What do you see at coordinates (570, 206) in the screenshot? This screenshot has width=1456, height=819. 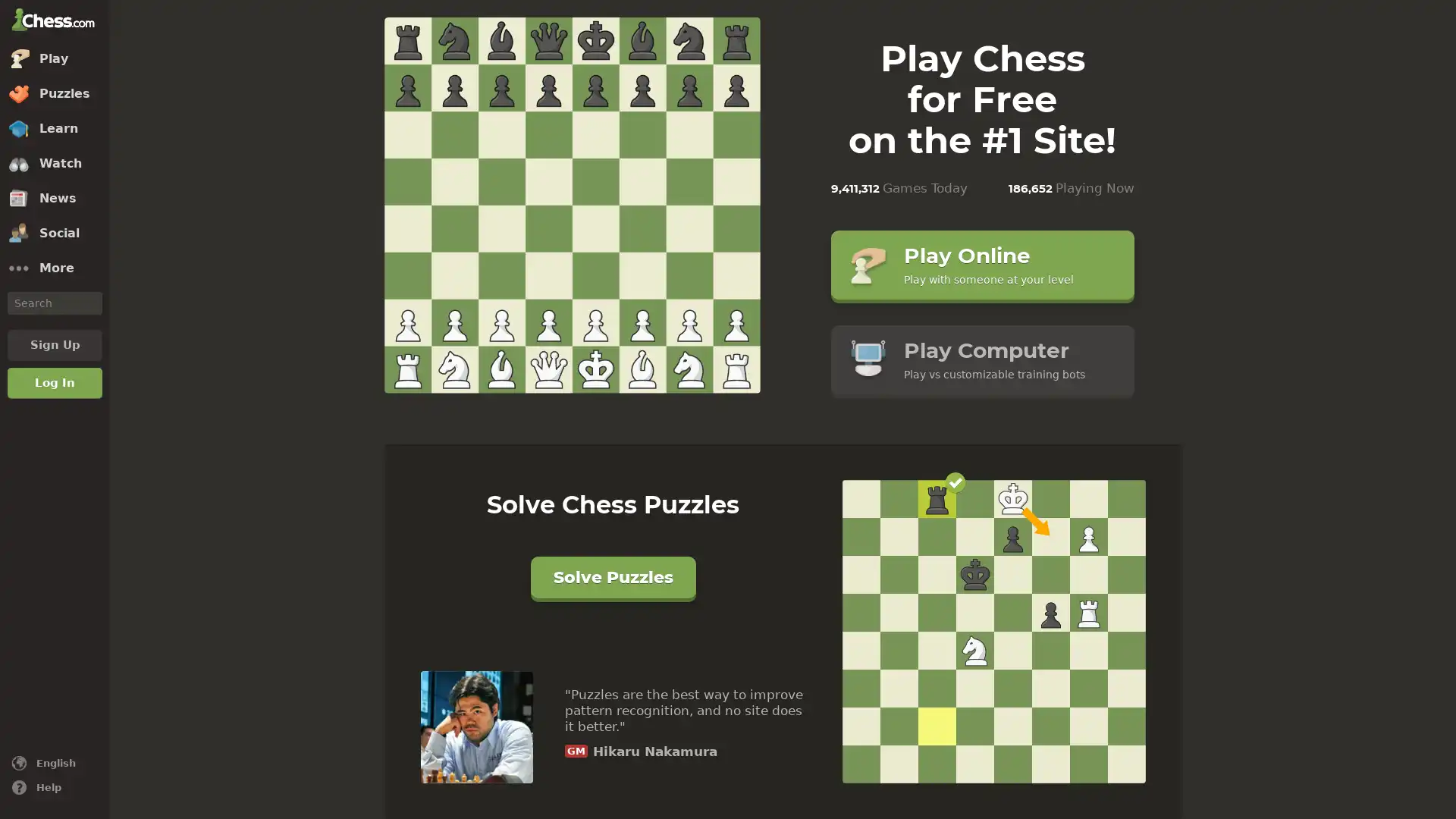 I see `Play Online` at bounding box center [570, 206].